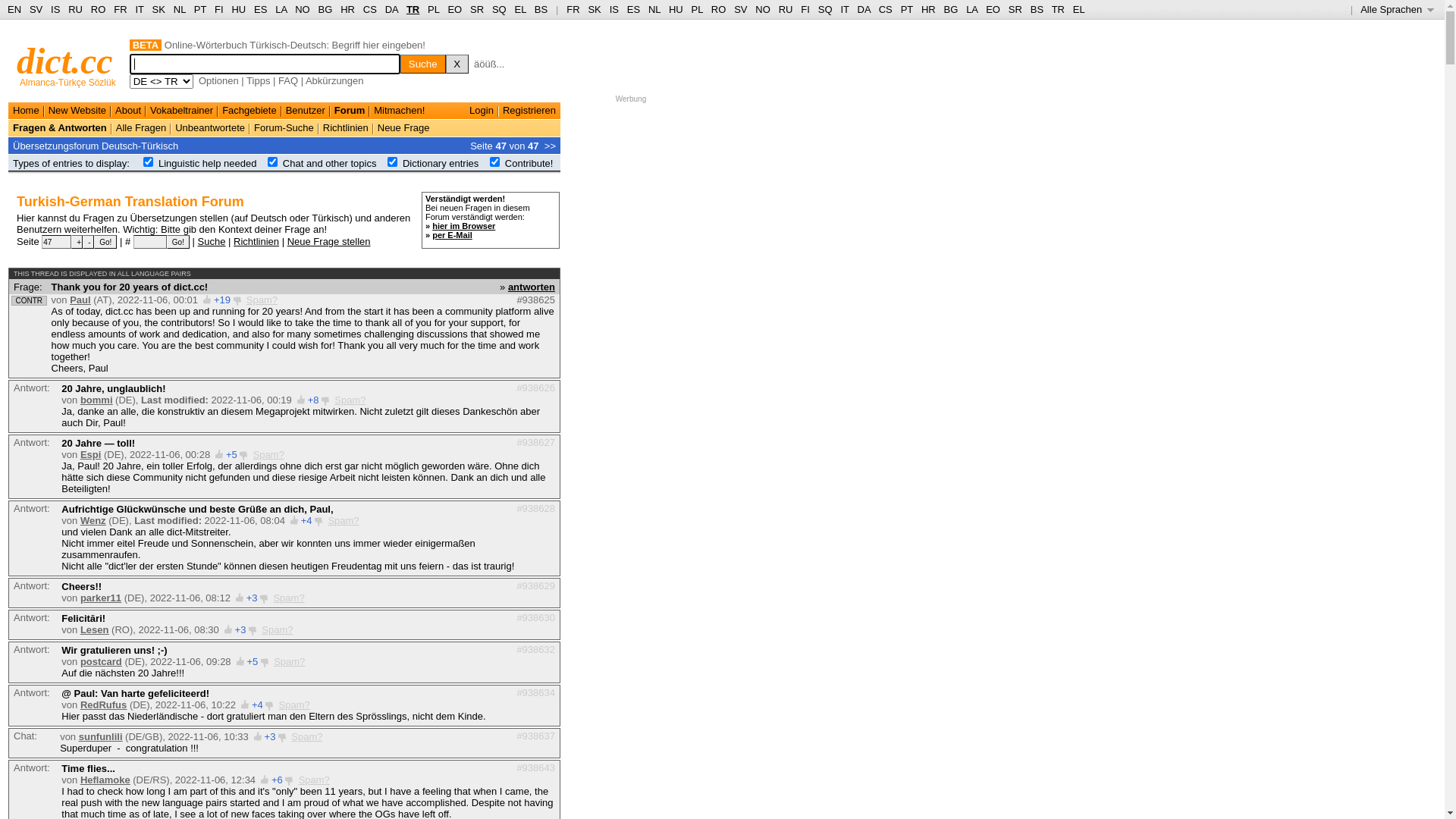 This screenshot has height=819, width=1456. What do you see at coordinates (626, 9) in the screenshot?
I see `'ES'` at bounding box center [626, 9].